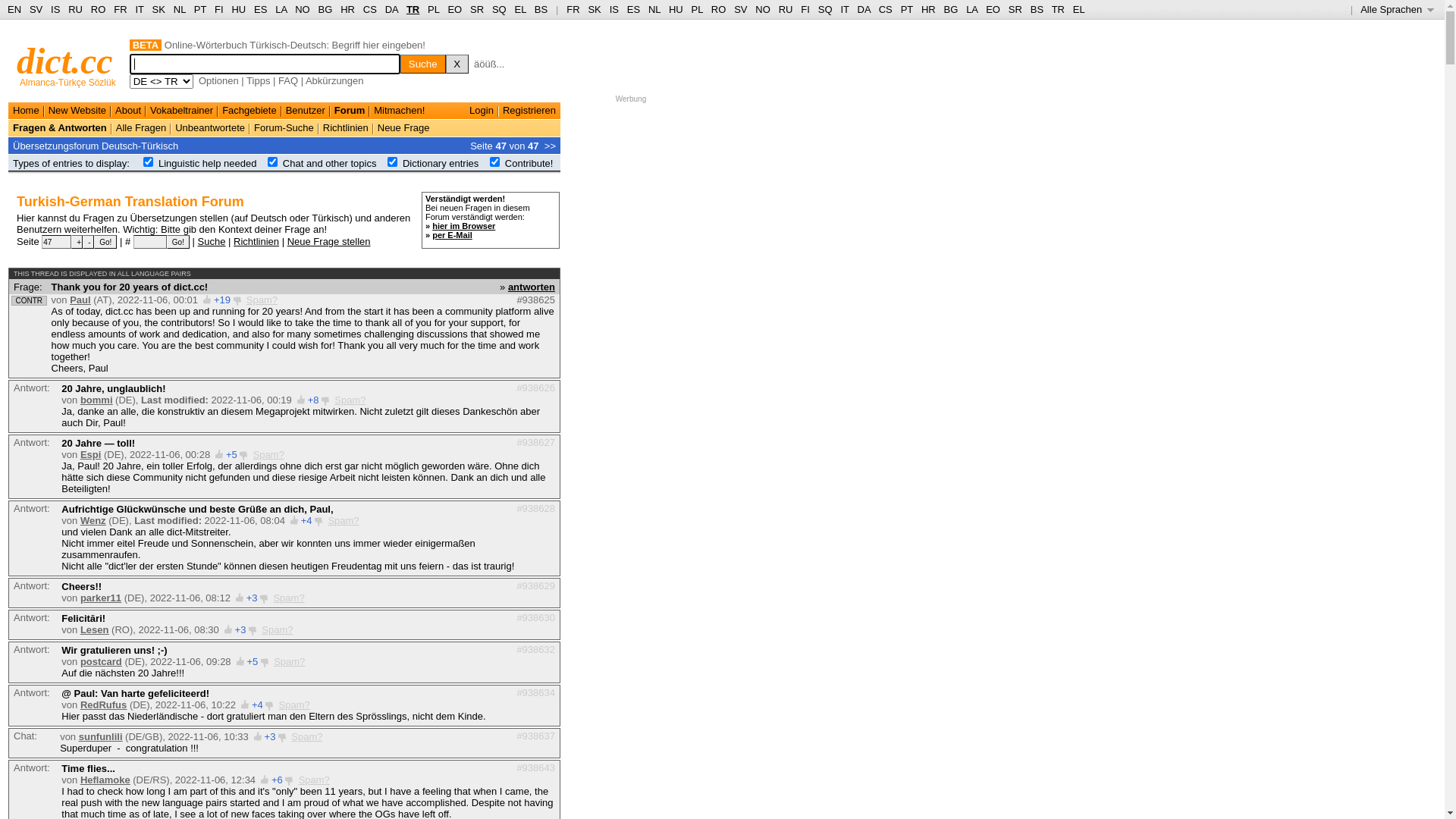 This screenshot has height=819, width=1456. What do you see at coordinates (626, 9) in the screenshot?
I see `'ES'` at bounding box center [626, 9].